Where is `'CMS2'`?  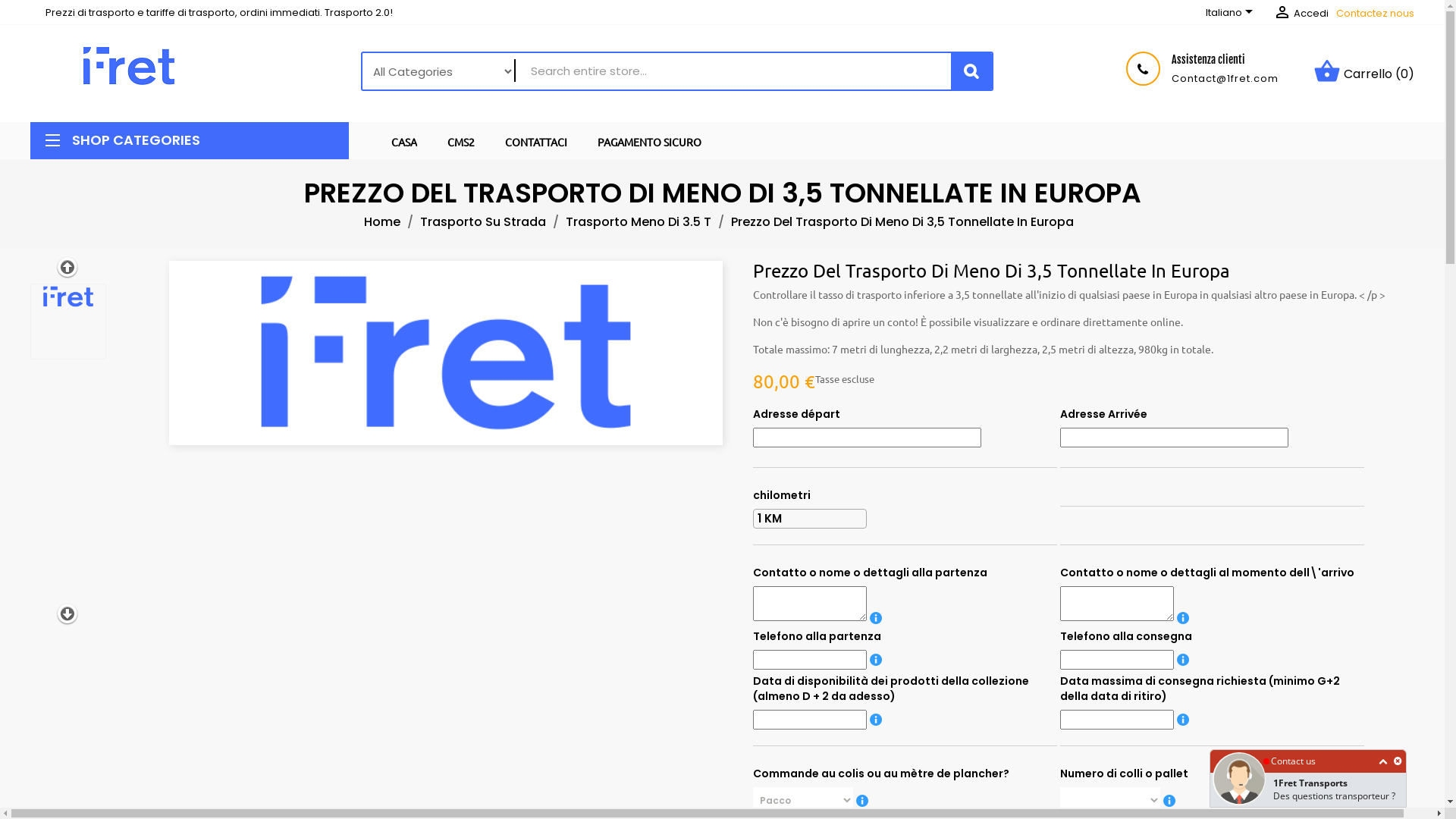 'CMS2' is located at coordinates (460, 140).